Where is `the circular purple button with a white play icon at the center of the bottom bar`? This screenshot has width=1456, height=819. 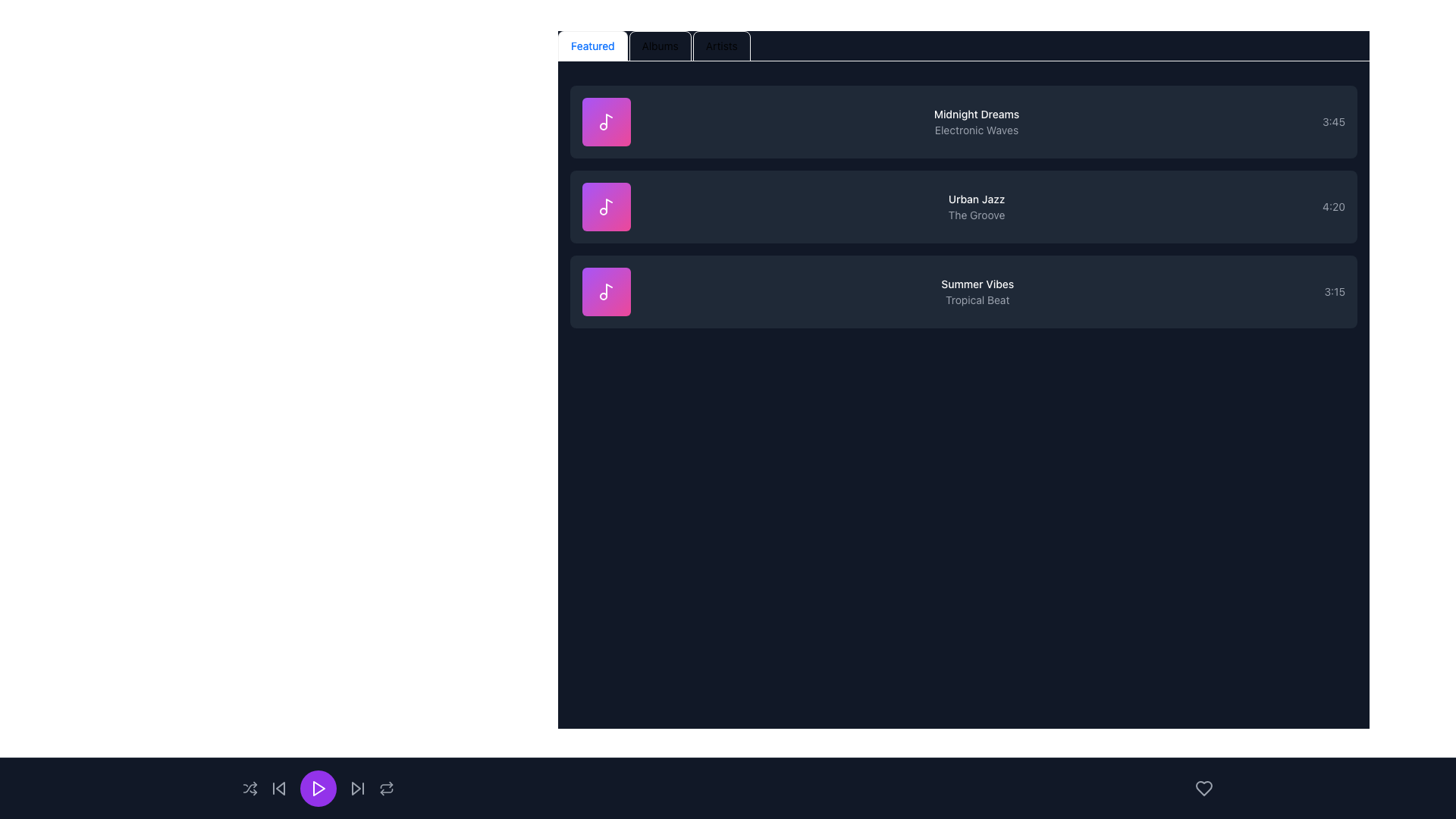 the circular purple button with a white play icon at the center of the bottom bar is located at coordinates (318, 788).